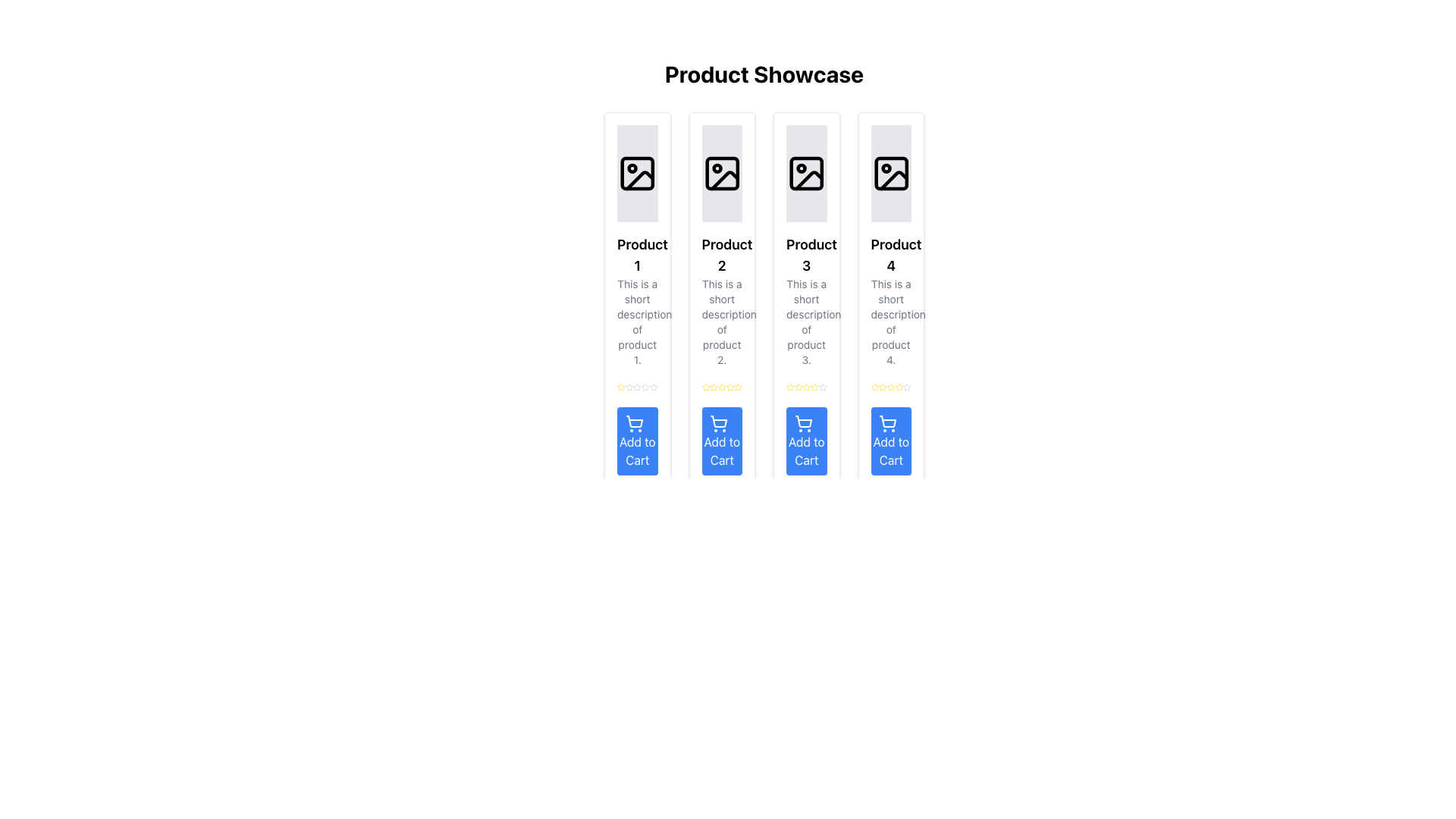 This screenshot has height=819, width=1456. I want to click on the shopping cart icon located within the blue 'Add to Cart' button of the fourth product in the grid layout, so click(888, 423).